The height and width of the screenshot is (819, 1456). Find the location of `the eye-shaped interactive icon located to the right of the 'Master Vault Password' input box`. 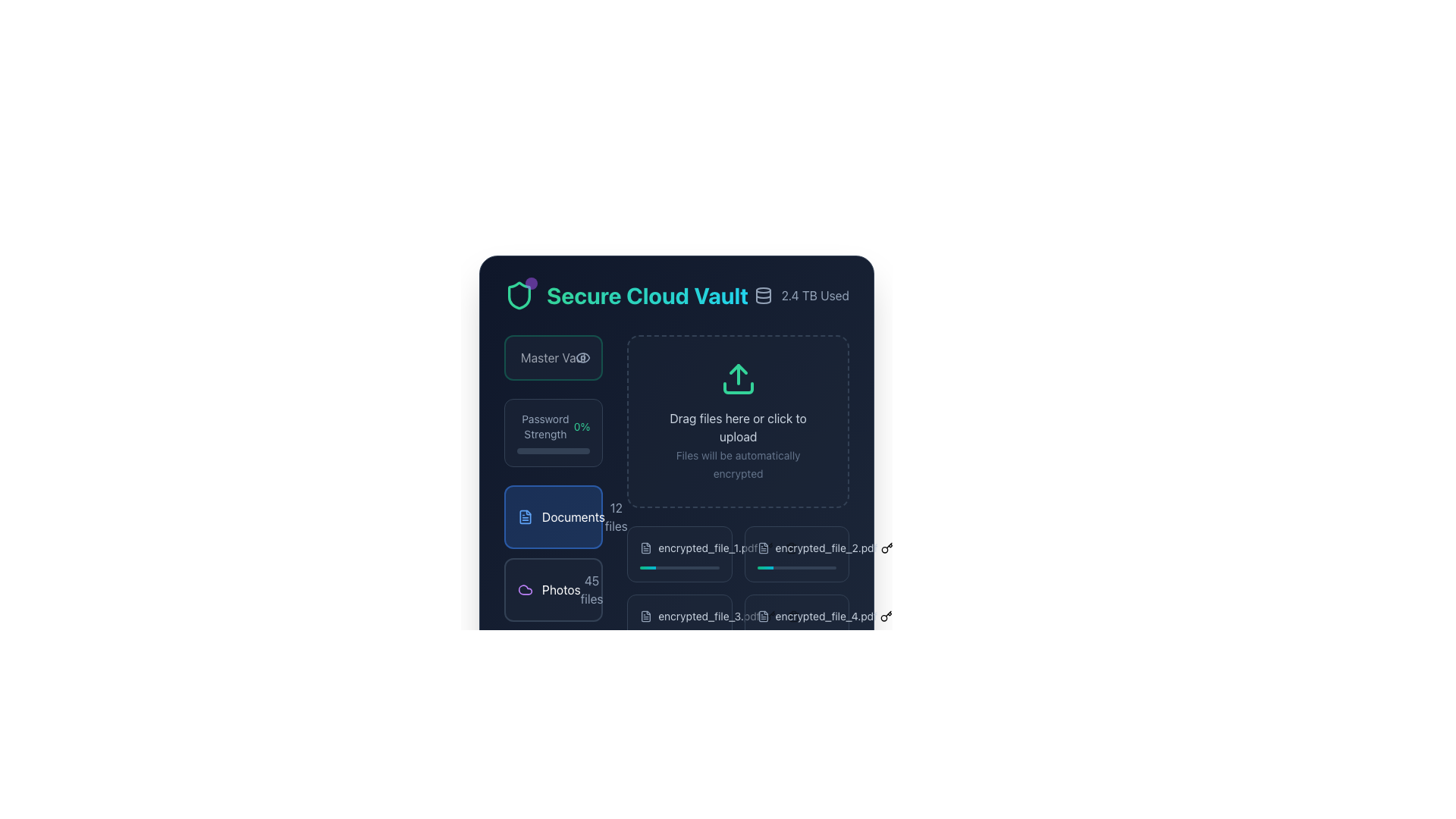

the eye-shaped interactive icon located to the right of the 'Master Vault Password' input box is located at coordinates (582, 357).